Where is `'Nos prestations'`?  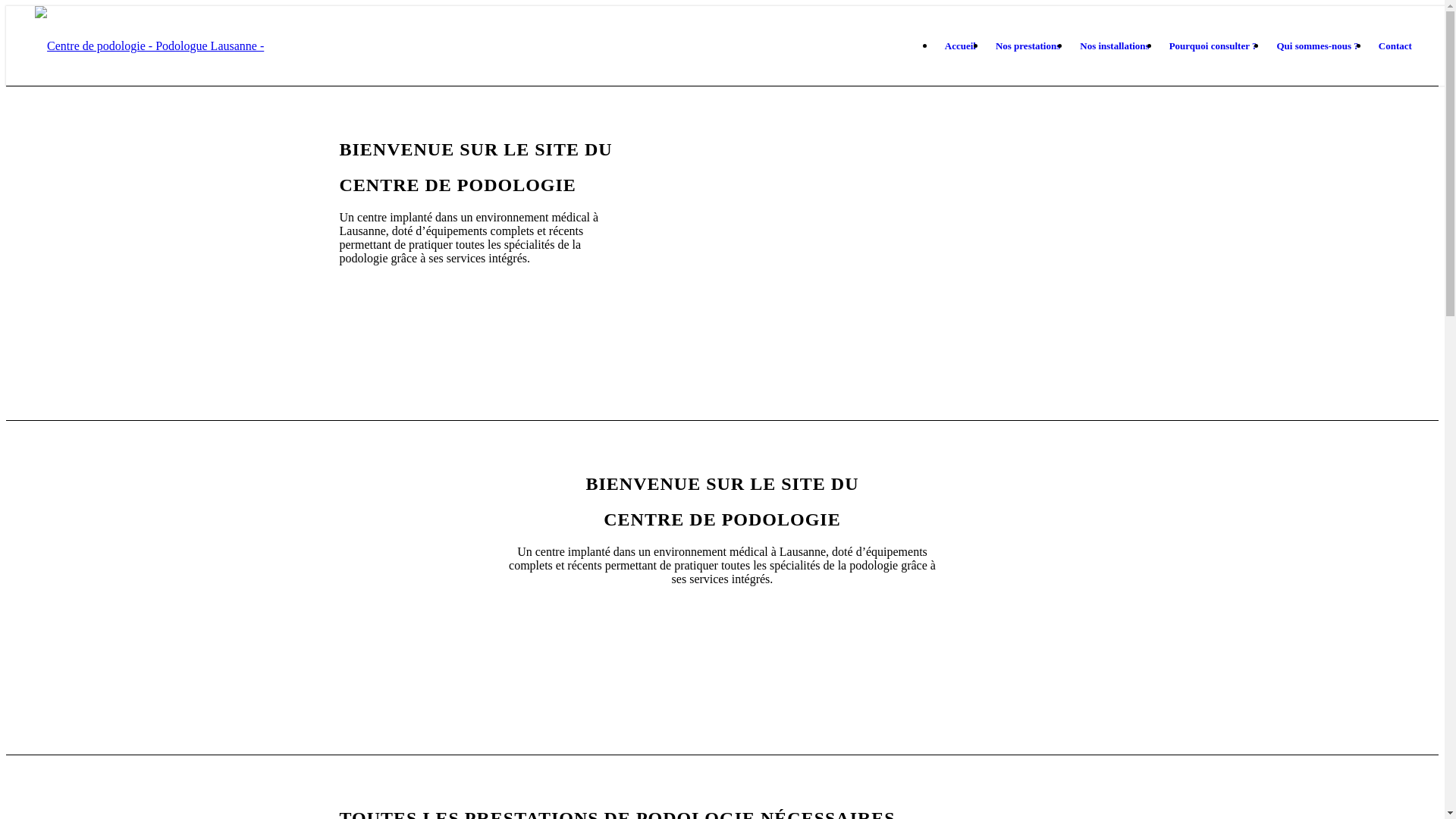 'Nos prestations' is located at coordinates (986, 45).